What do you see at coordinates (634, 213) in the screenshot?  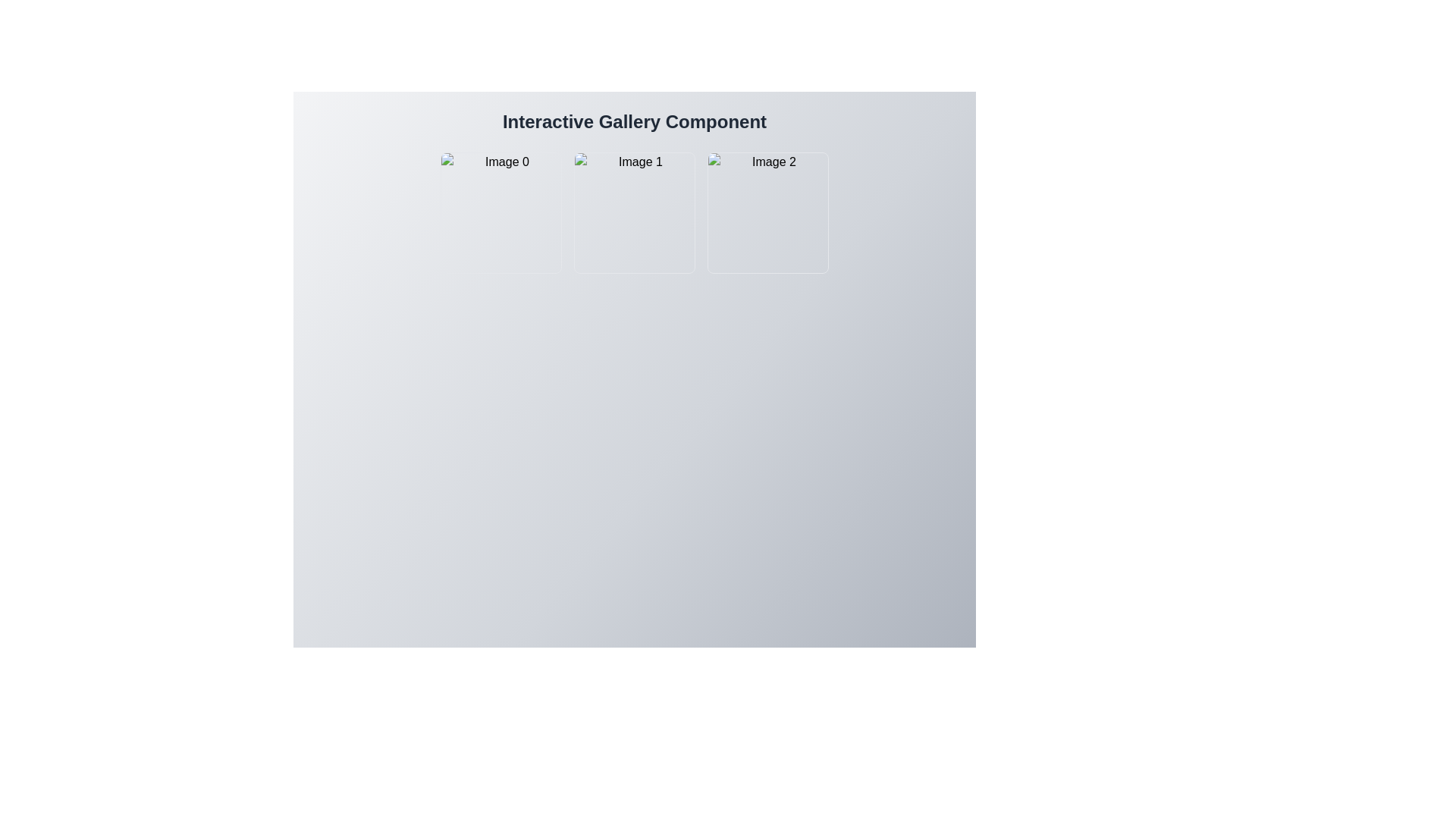 I see `the interactive thumbnail image representing 'Image 1'` at bounding box center [634, 213].